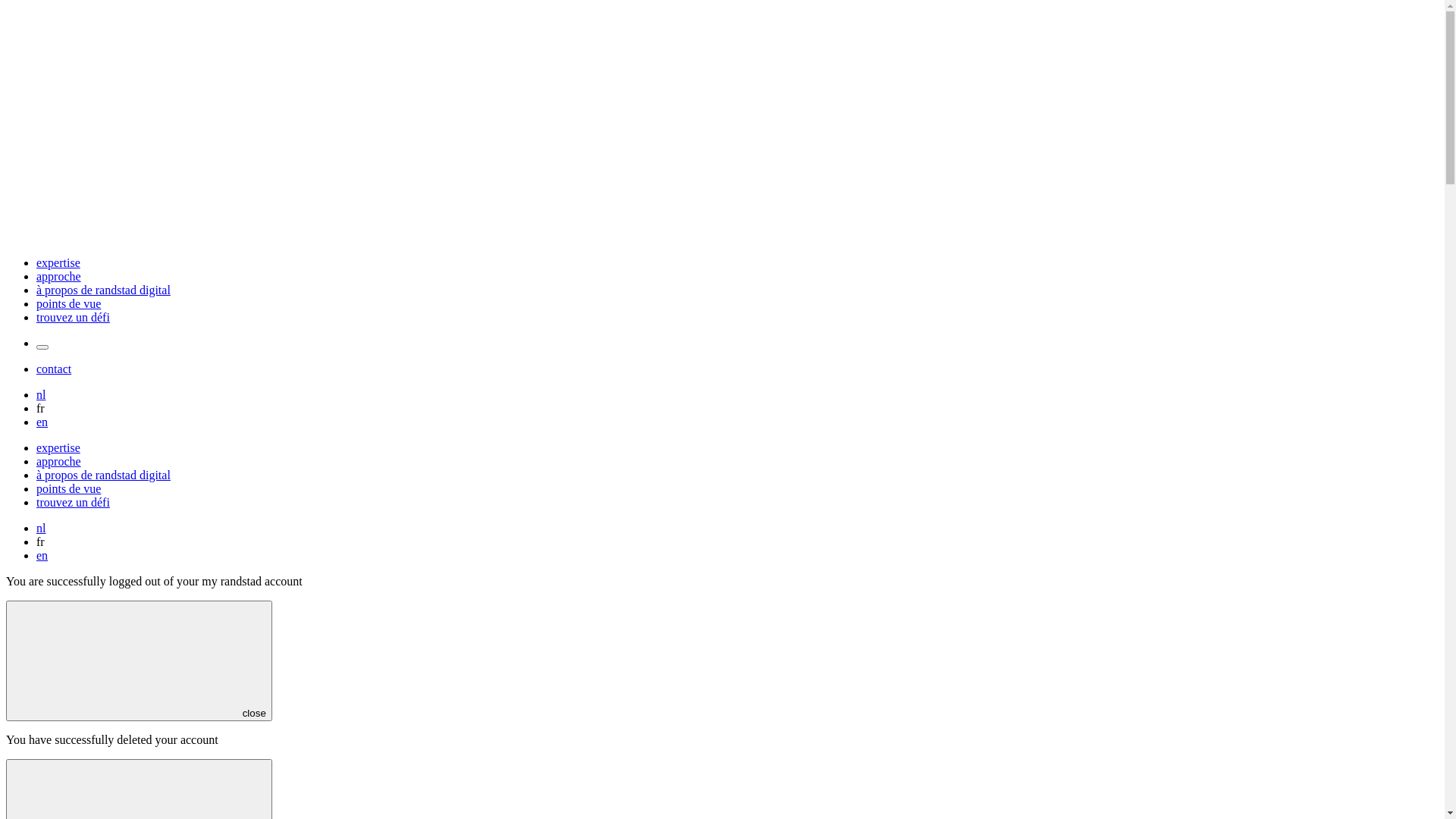 This screenshot has width=1456, height=819. I want to click on 'nl', so click(40, 394).